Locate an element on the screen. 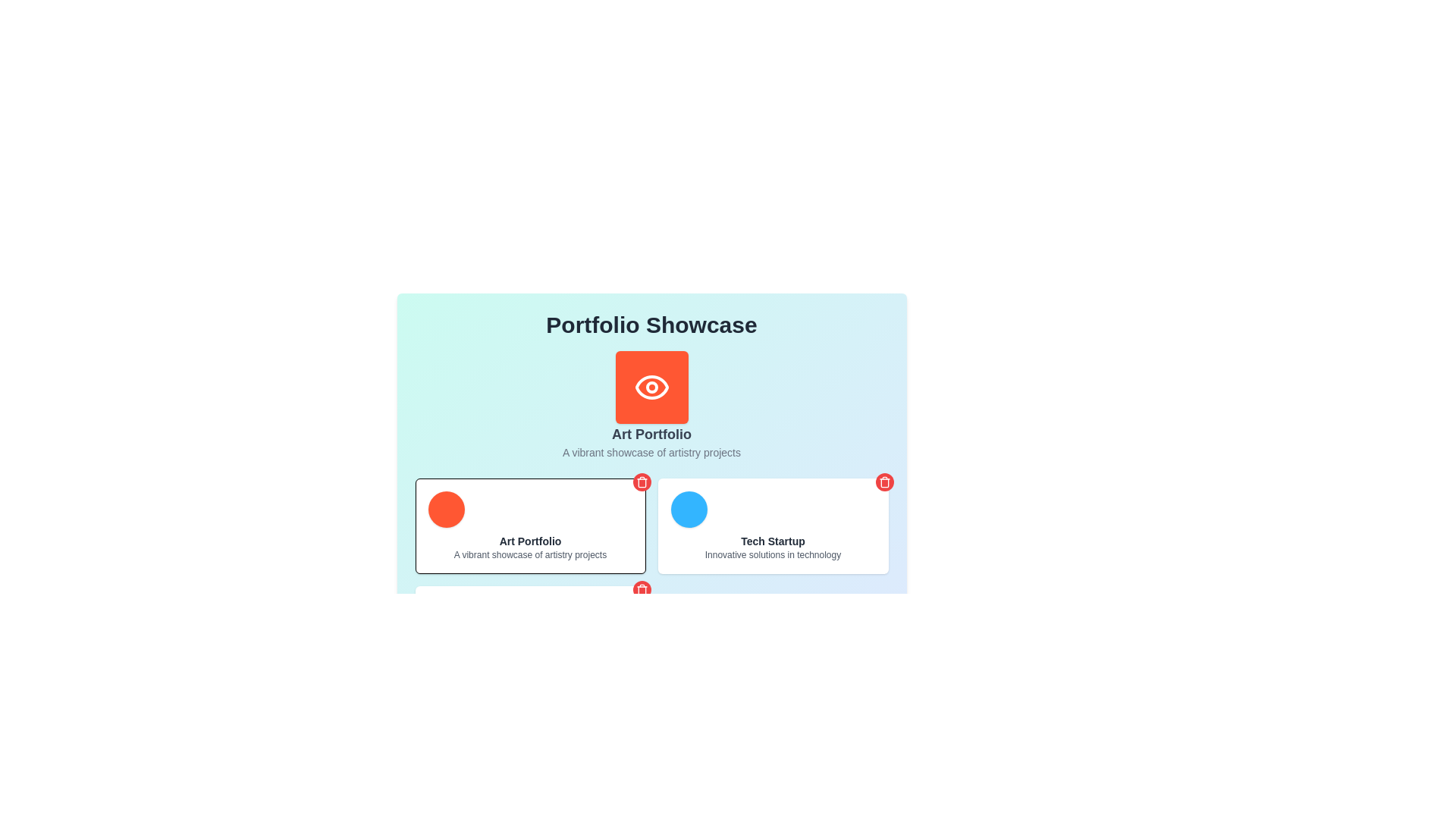 This screenshot has height=819, width=1456. the static text providing additional descriptive information about the 'Art Portfolio' located beneath the title 'Art Portfolio' within the 'Portfolio Showcase' section is located at coordinates (651, 452).